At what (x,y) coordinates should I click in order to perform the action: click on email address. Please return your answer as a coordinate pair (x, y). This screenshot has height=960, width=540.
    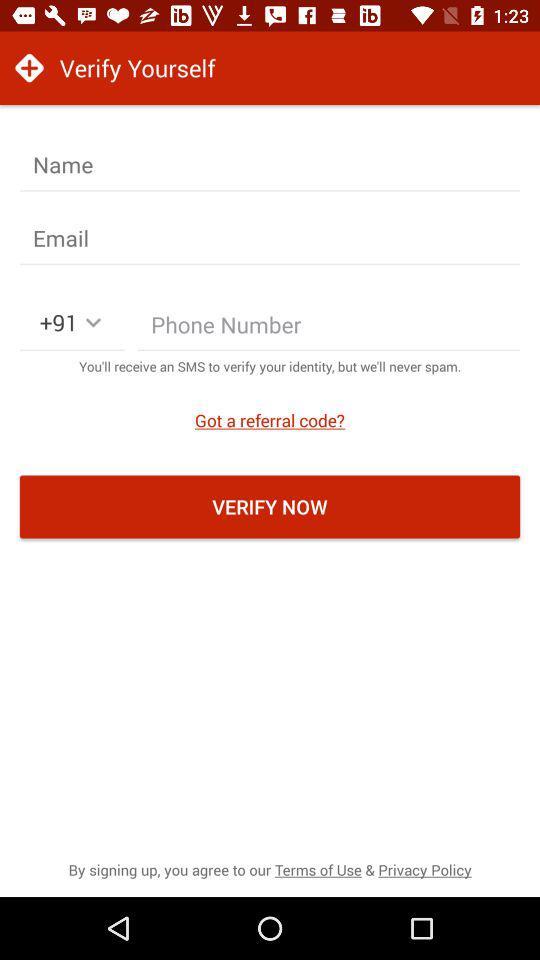
    Looking at the image, I should click on (270, 238).